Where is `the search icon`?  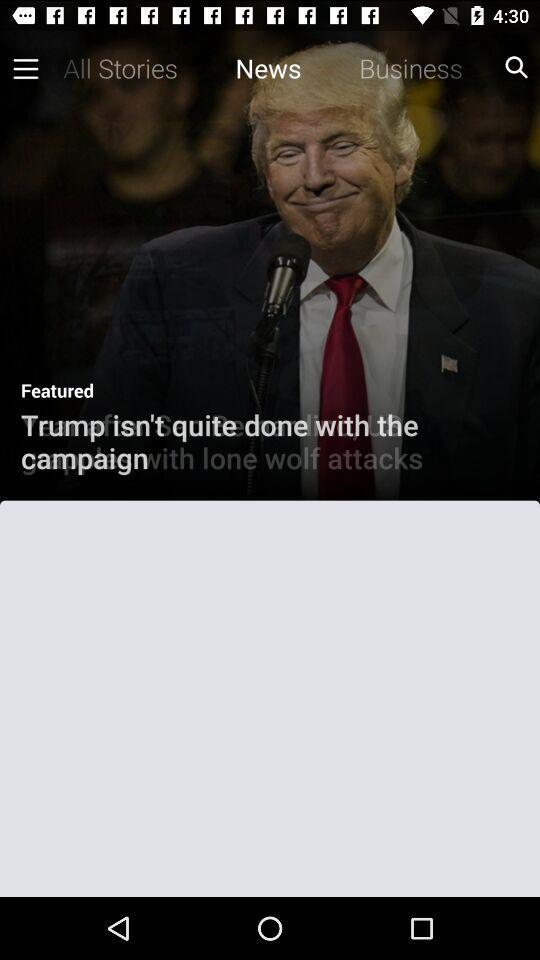 the search icon is located at coordinates (516, 73).